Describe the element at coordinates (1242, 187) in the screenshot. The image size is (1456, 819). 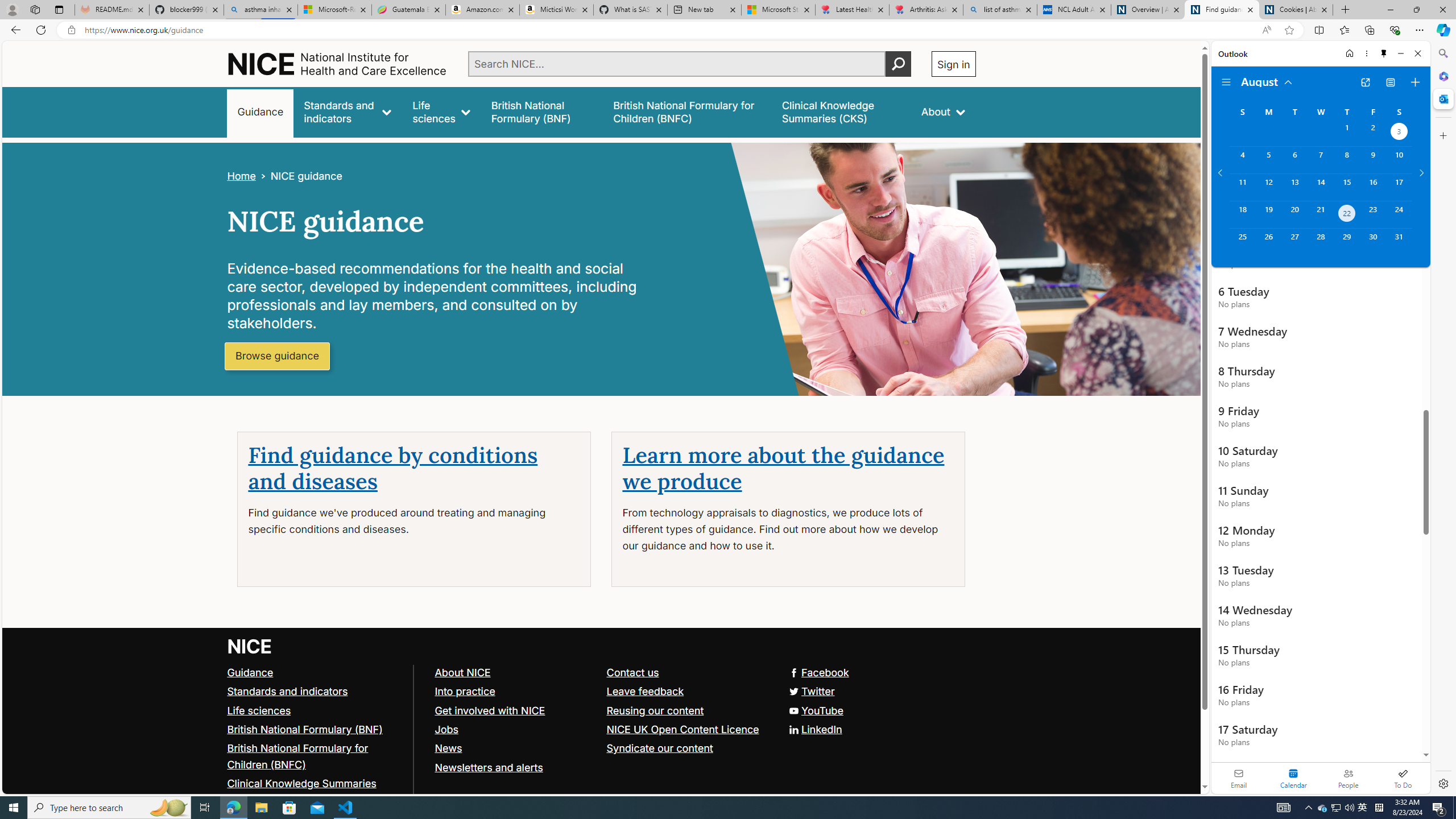
I see `'Sunday, August 11, 2024. '` at that location.